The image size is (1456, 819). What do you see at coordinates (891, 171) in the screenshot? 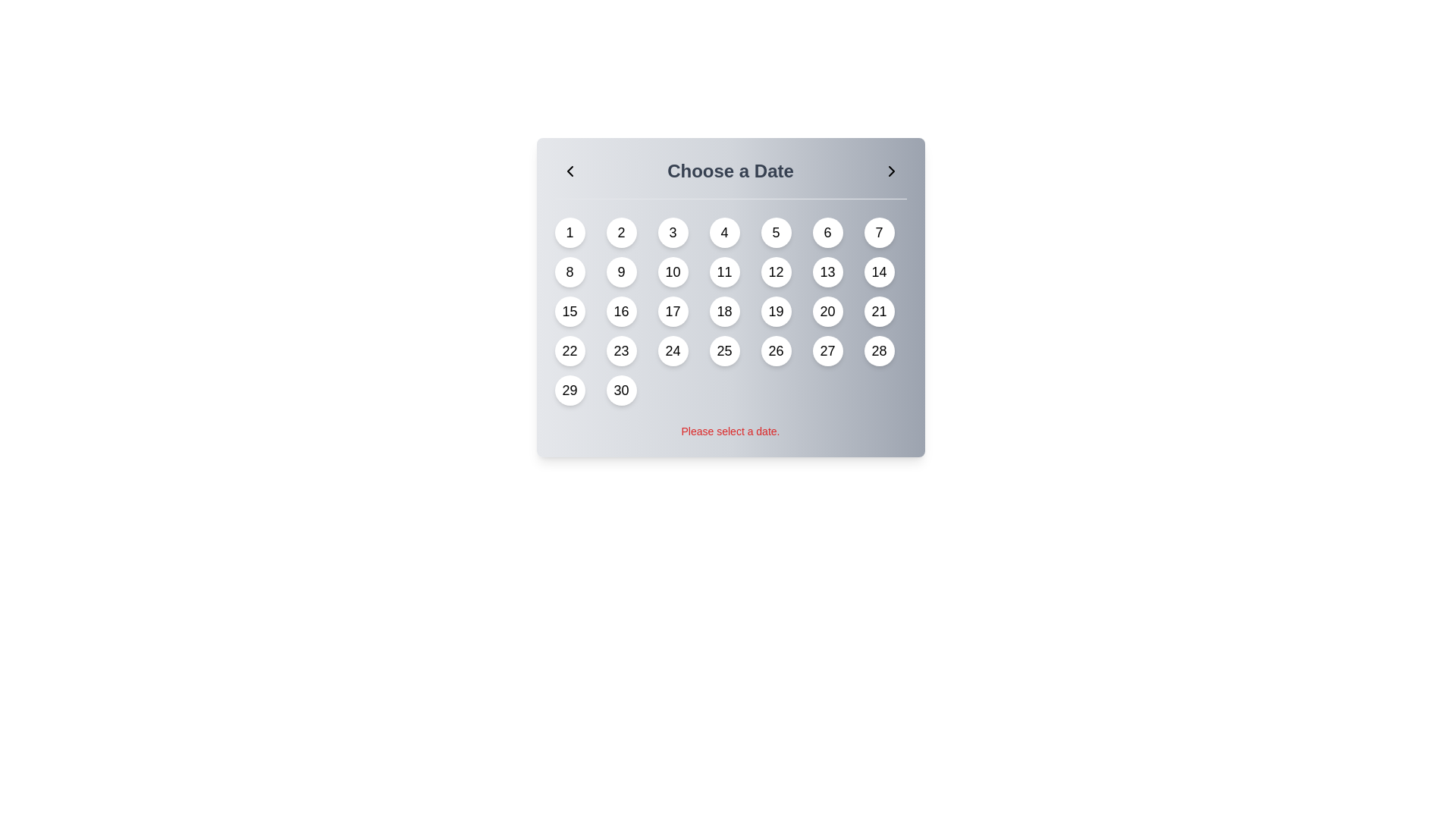
I see `the rightward-pointing chevron button located near the top-right corner of the modal header` at bounding box center [891, 171].